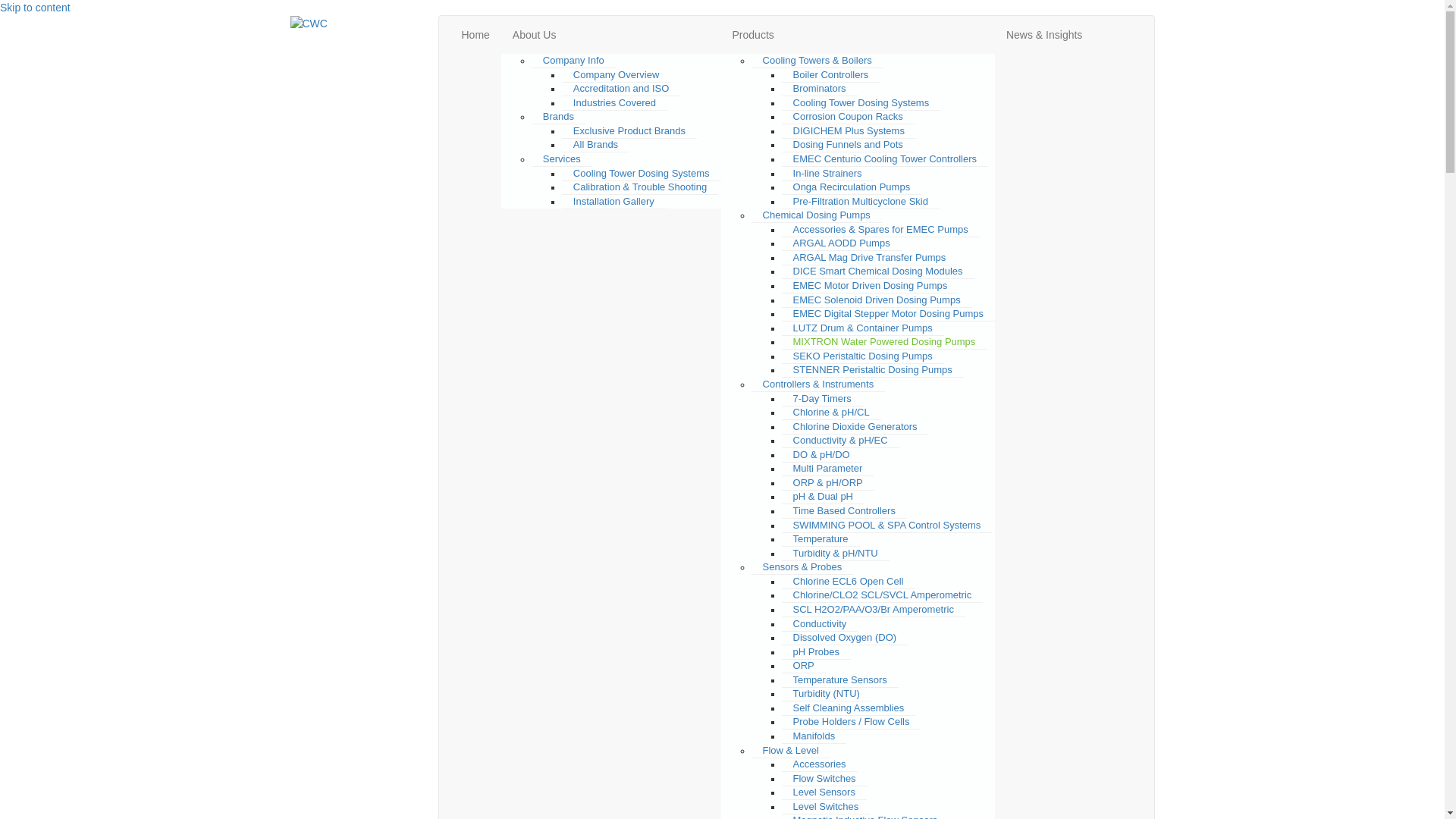  I want to click on 'Conductivity', so click(819, 623).